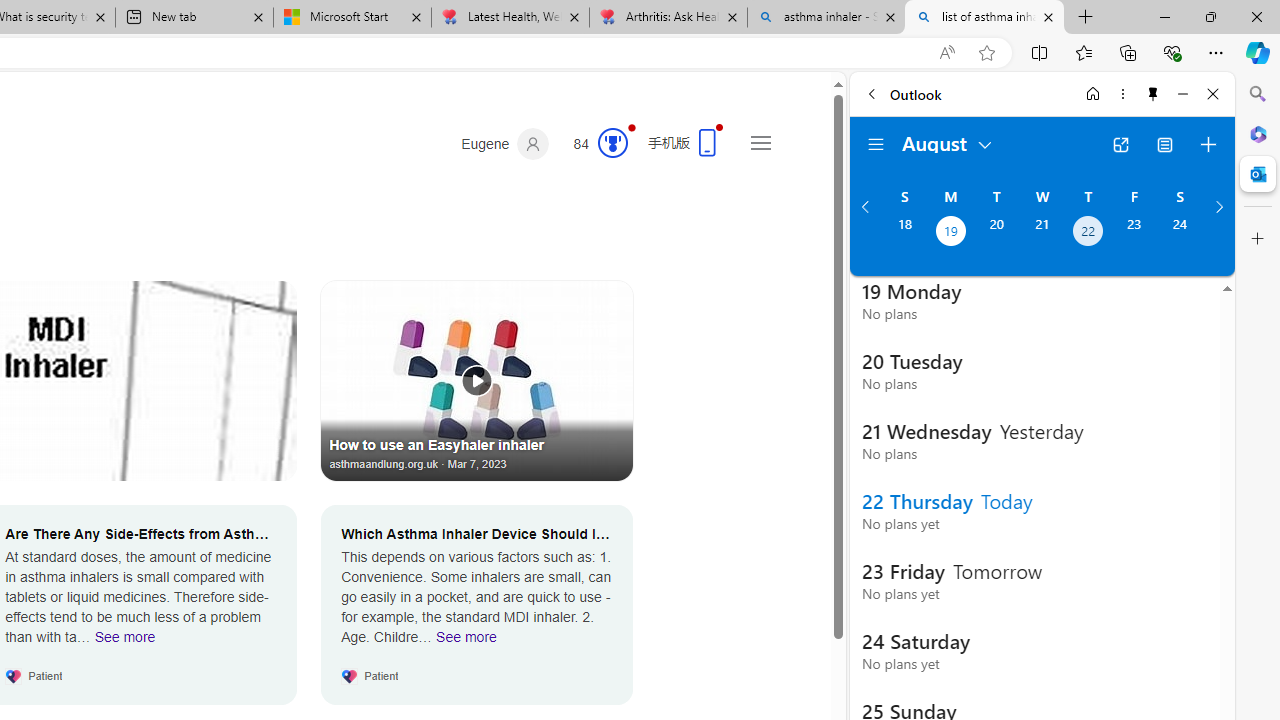 The height and width of the screenshot is (720, 1280). I want to click on 'asthma inhaler - Search', so click(826, 17).